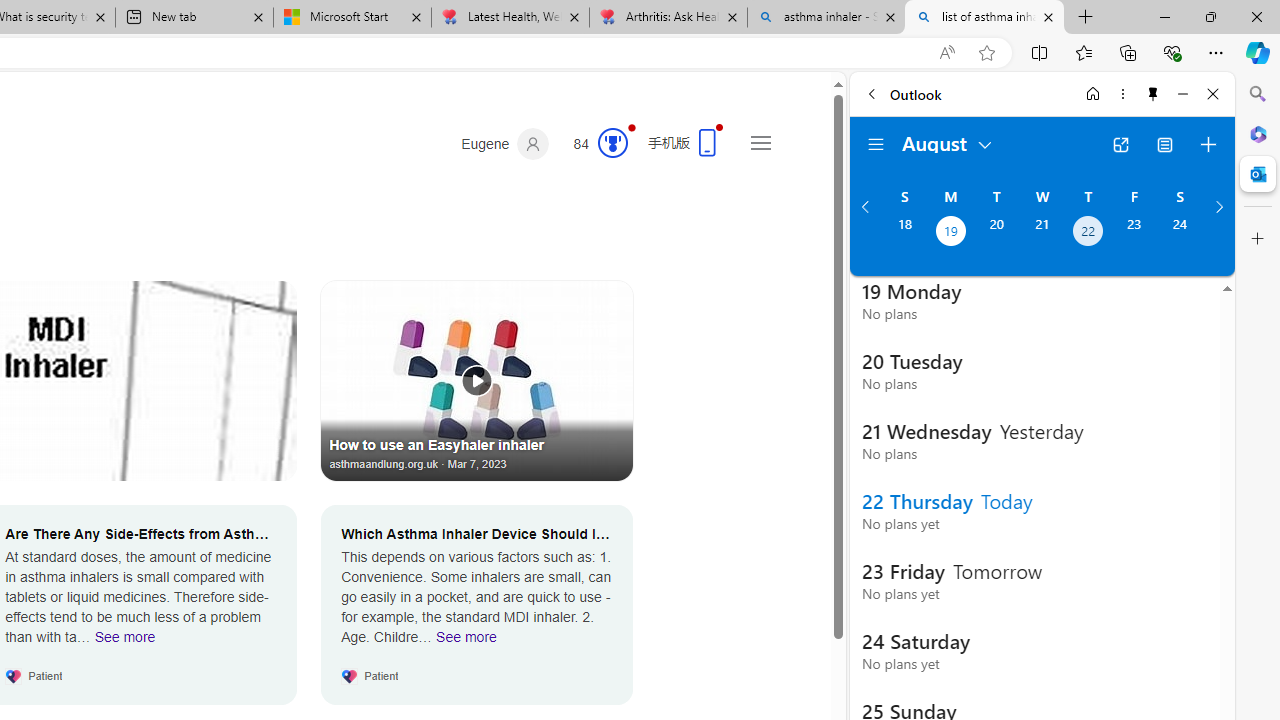 The height and width of the screenshot is (720, 1280). I want to click on 'asthma inhaler - Search', so click(826, 17).